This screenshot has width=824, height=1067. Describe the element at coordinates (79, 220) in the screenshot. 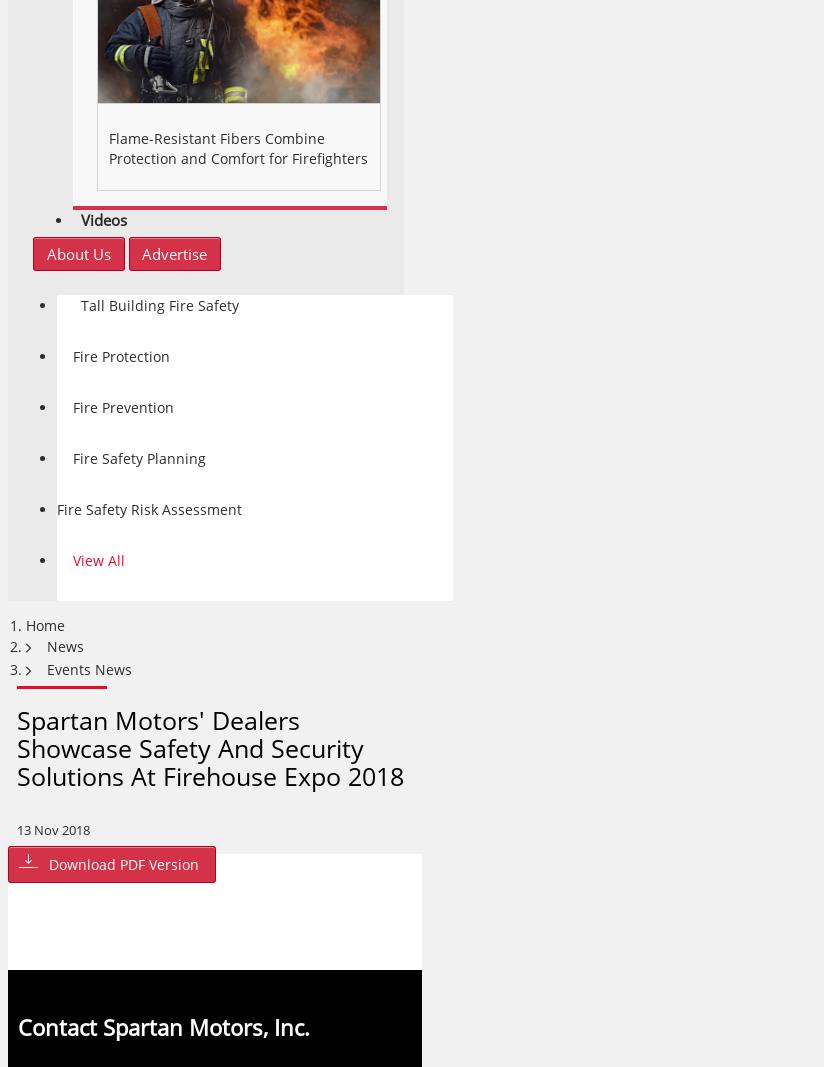

I see `'Videos'` at that location.